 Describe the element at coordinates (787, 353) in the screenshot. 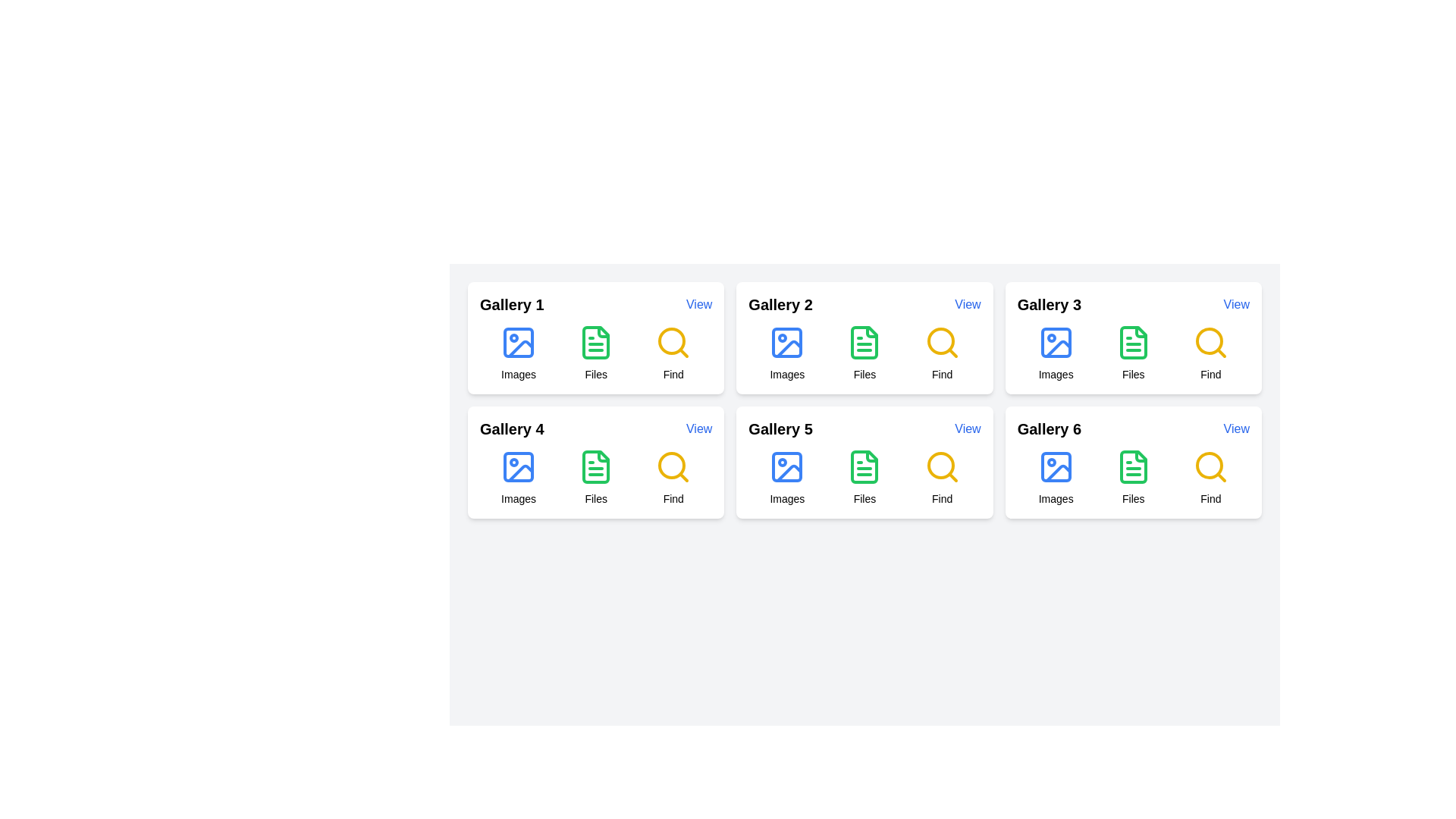

I see `the 'Images' button which features a picture icon with a blue outline and the label 'Images' below it, located in the second gallery's section as the first option on the left` at that location.